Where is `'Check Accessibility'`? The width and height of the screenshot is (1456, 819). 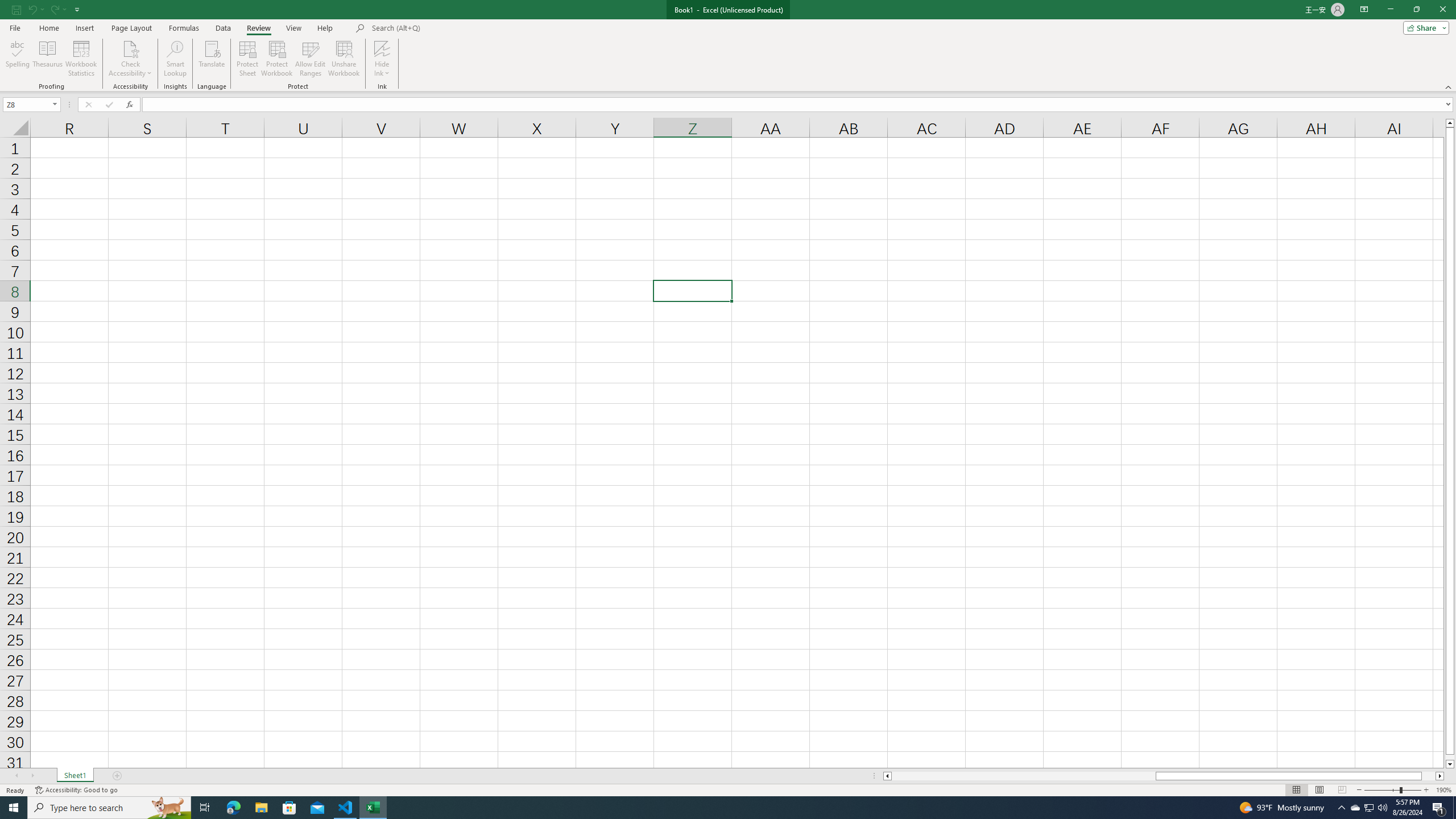 'Check Accessibility' is located at coordinates (130, 48).